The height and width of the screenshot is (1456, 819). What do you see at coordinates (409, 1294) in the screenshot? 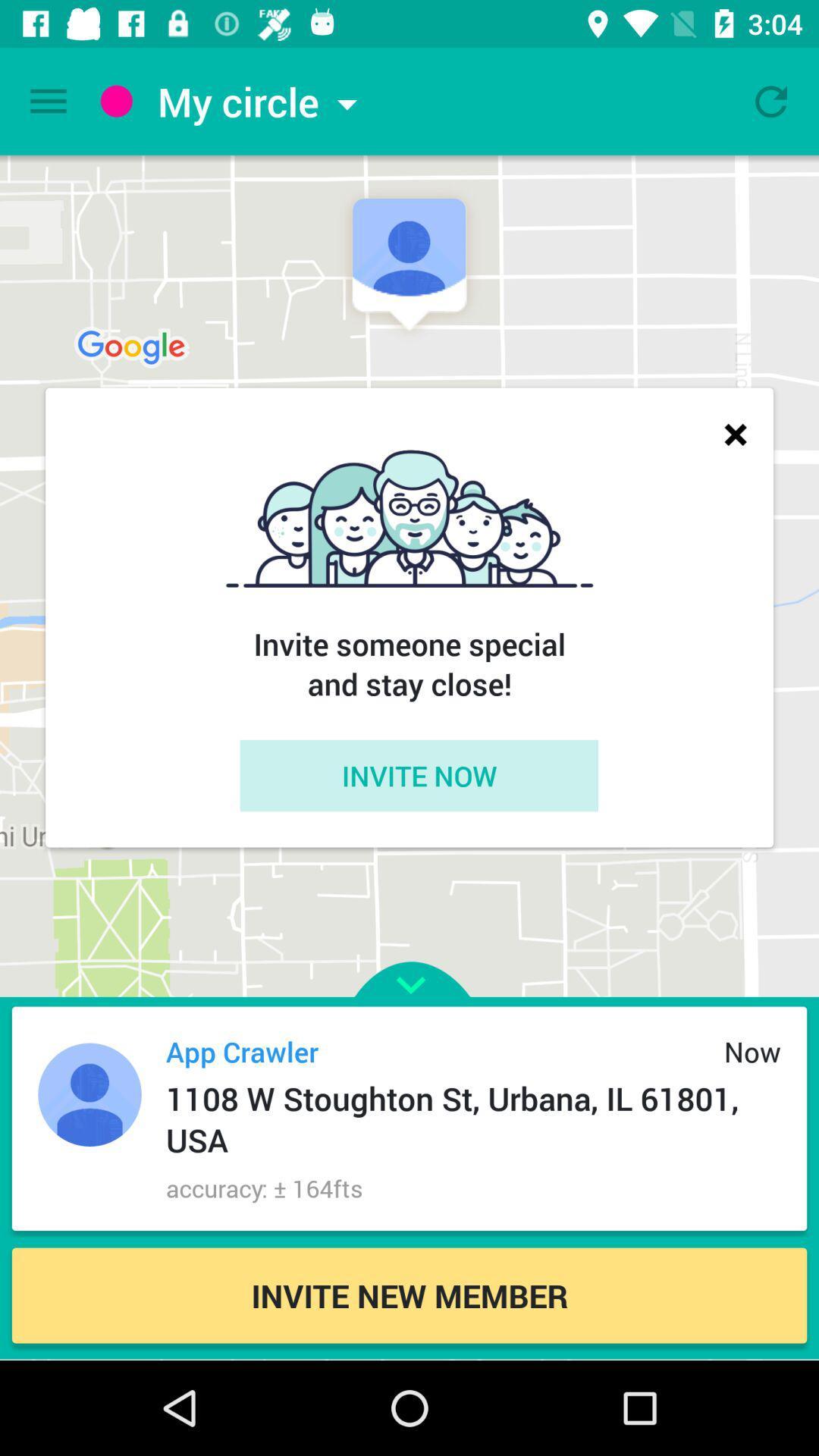
I see `the invite new member item` at bounding box center [409, 1294].